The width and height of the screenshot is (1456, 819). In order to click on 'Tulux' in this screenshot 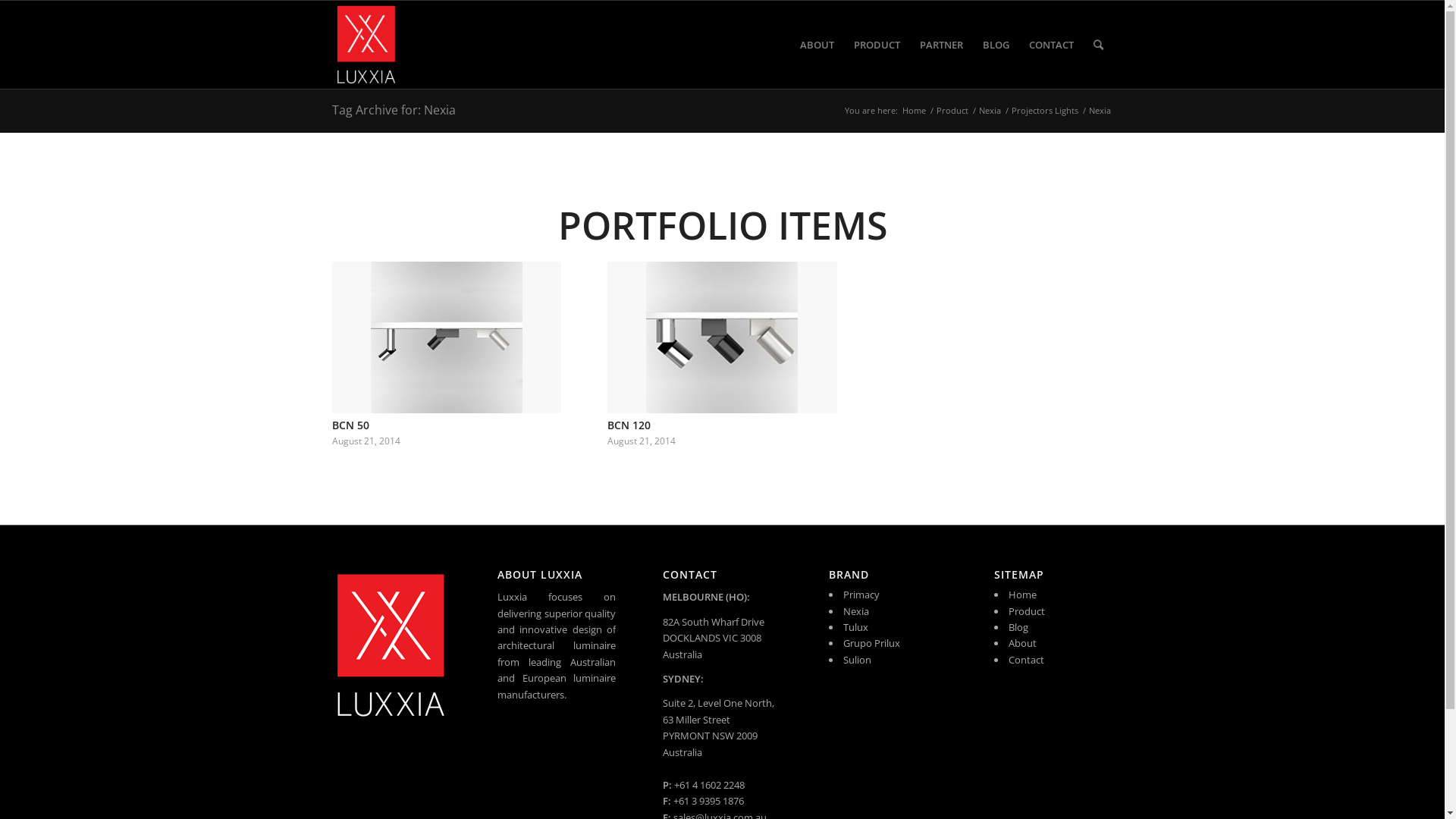, I will do `click(855, 626)`.